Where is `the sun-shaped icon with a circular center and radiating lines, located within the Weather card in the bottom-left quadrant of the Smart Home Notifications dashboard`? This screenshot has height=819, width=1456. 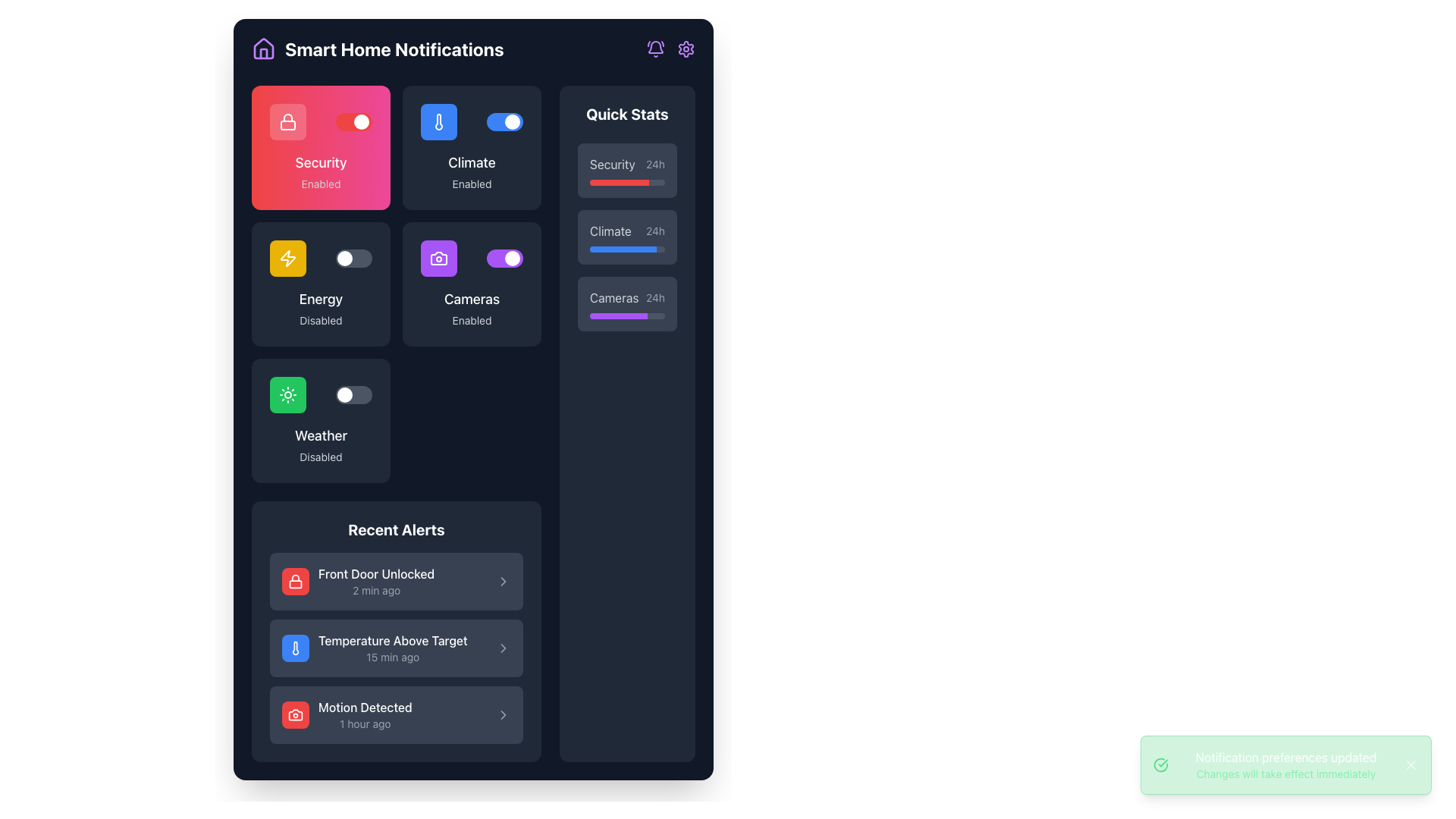
the sun-shaped icon with a circular center and radiating lines, located within the Weather card in the bottom-left quadrant of the Smart Home Notifications dashboard is located at coordinates (287, 394).